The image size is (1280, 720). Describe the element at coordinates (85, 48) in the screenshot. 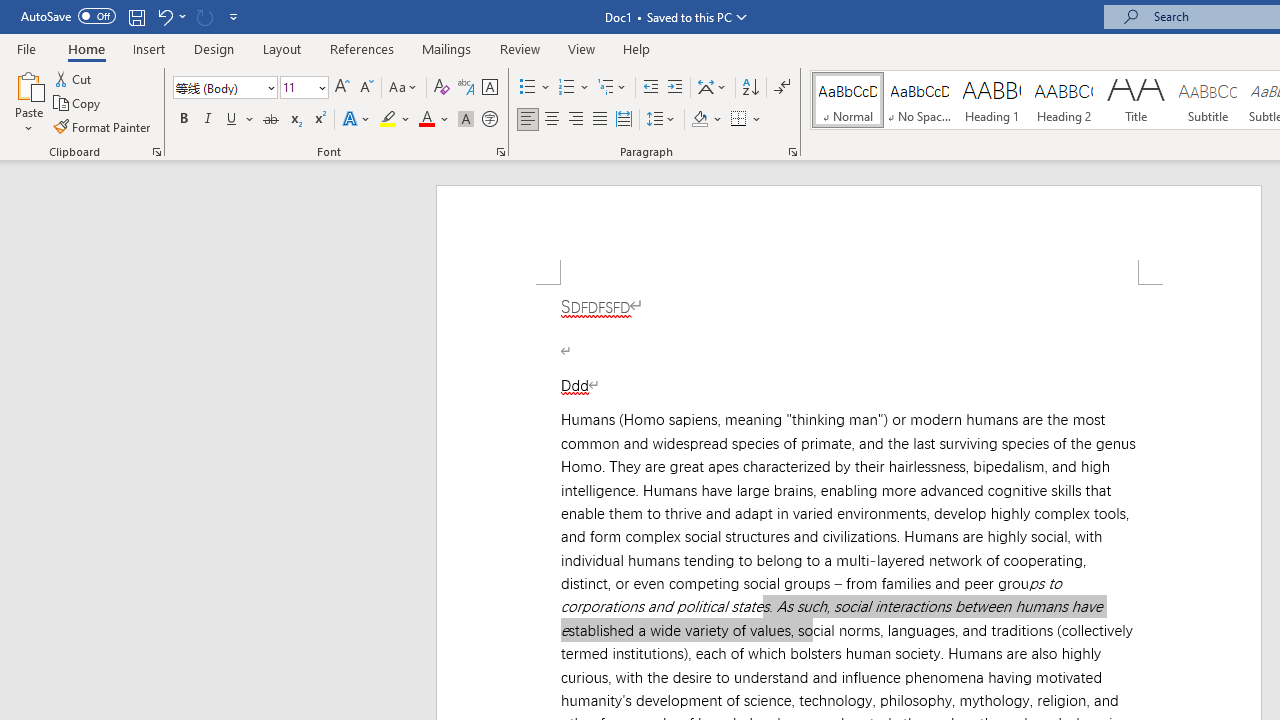

I see `'Home'` at that location.